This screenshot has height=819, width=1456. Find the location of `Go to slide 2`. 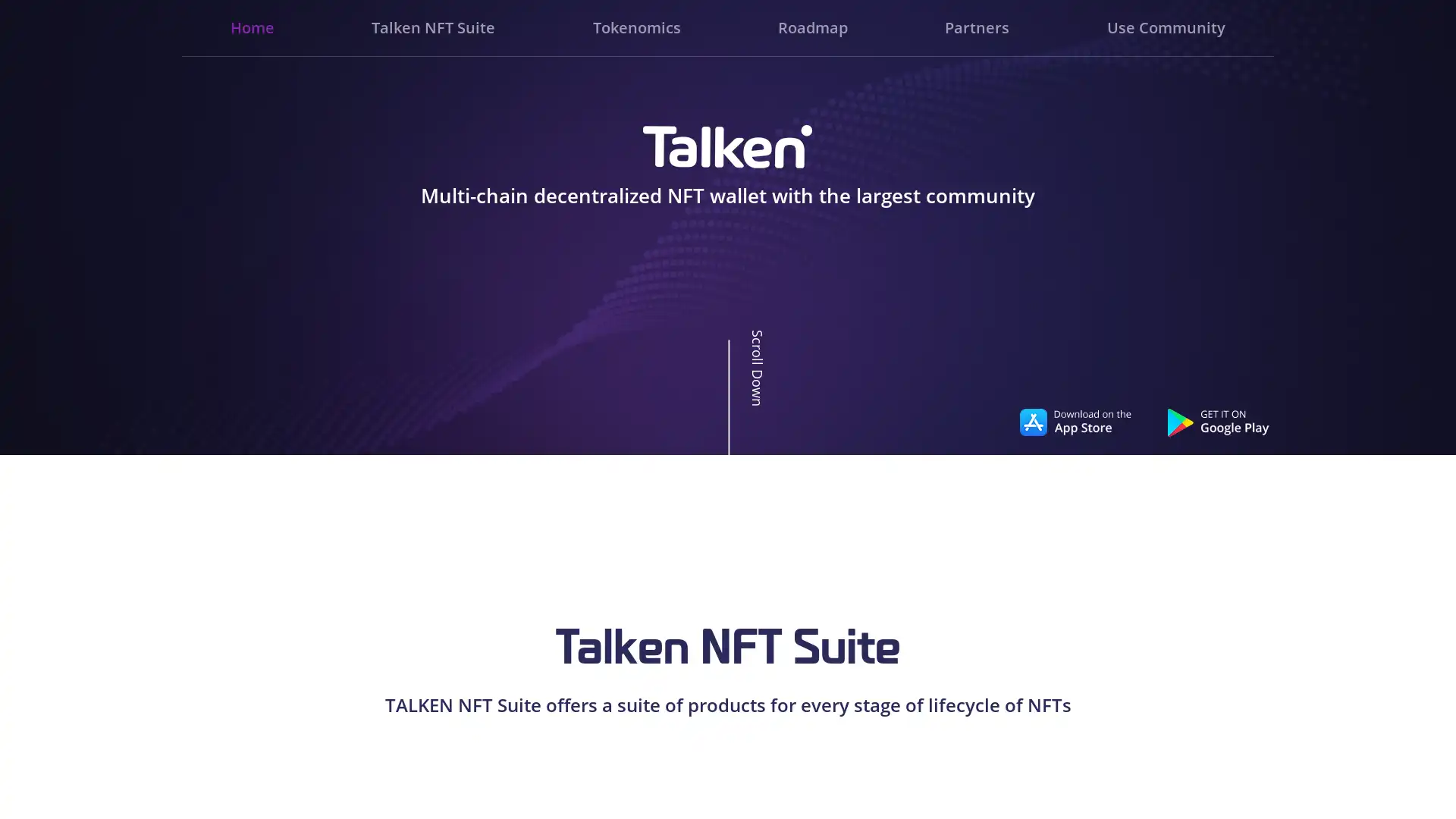

Go to slide 2 is located at coordinates (243, 643).